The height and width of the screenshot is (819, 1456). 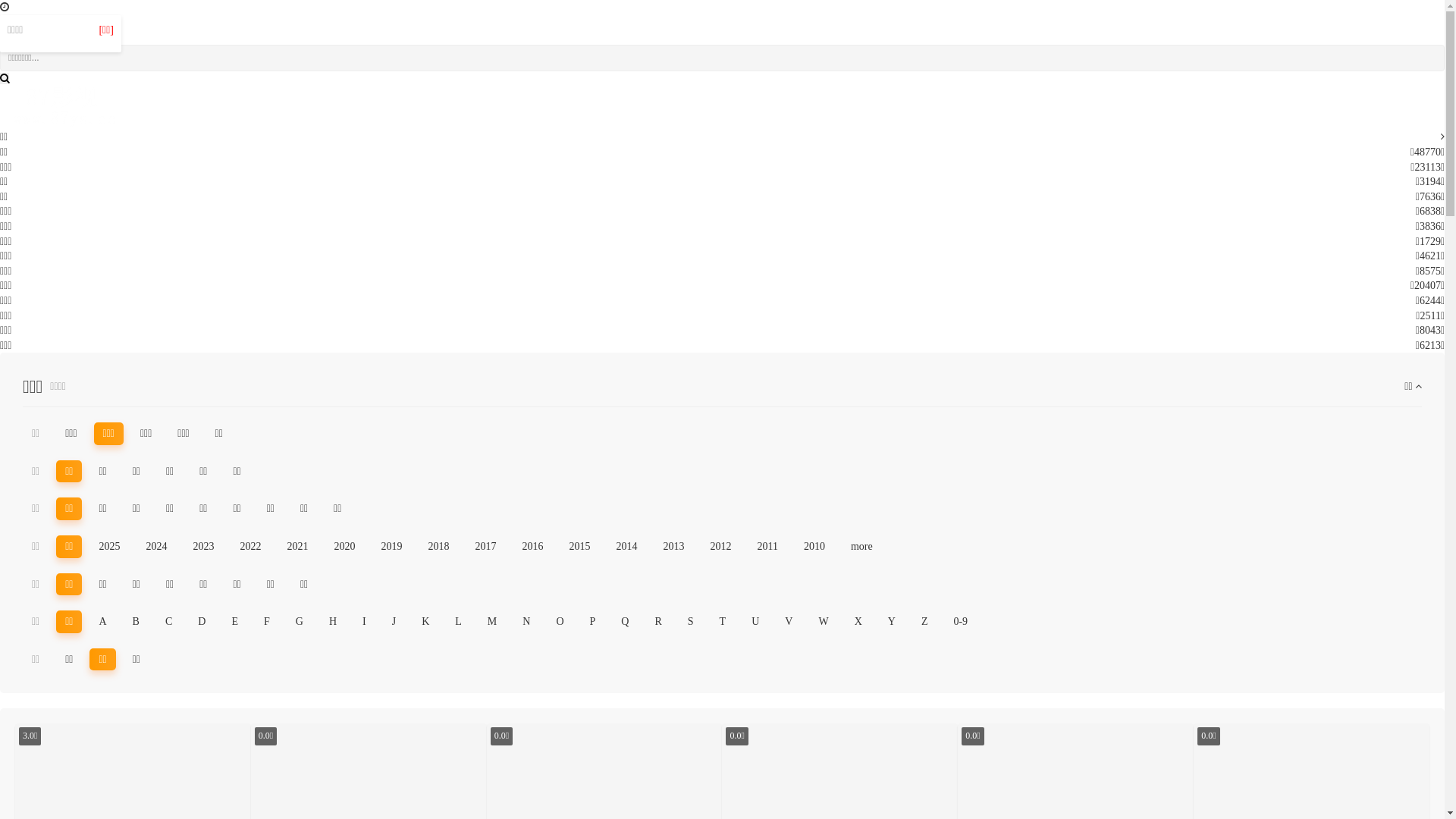 What do you see at coordinates (943, 622) in the screenshot?
I see `'0-9'` at bounding box center [943, 622].